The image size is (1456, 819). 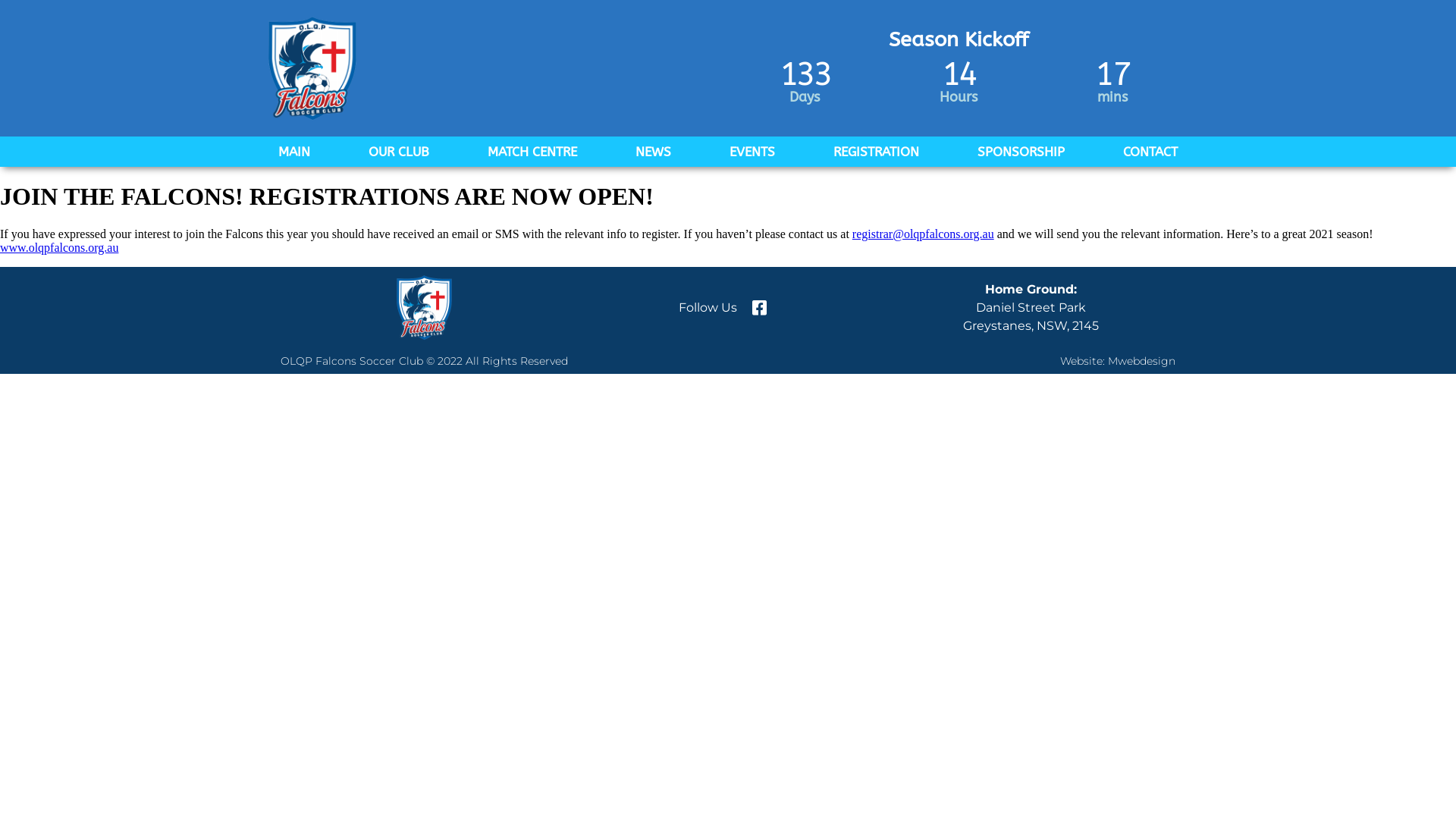 I want to click on 'CONTACT', so click(x=1150, y=152).